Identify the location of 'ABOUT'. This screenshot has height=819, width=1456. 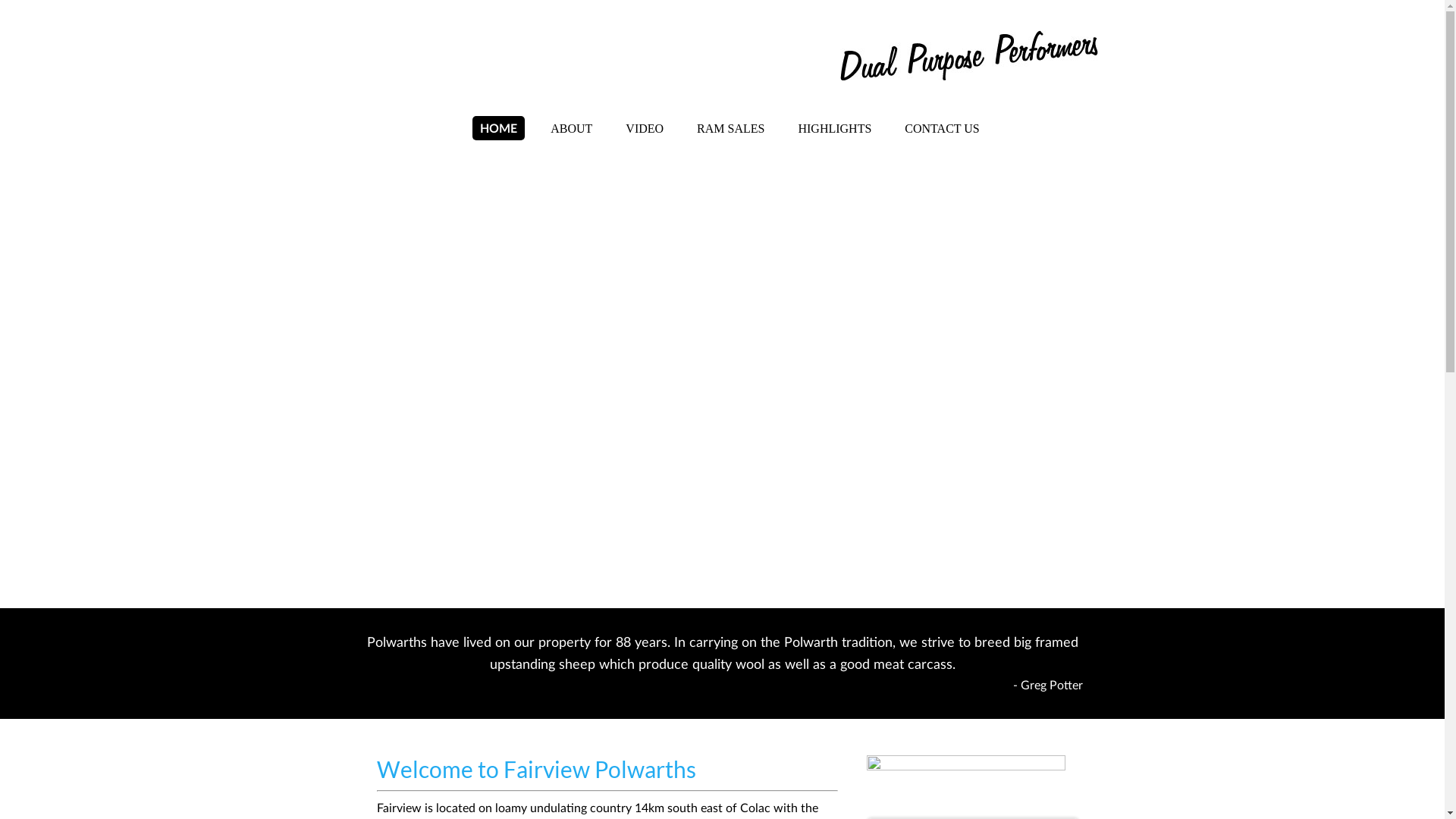
(570, 127).